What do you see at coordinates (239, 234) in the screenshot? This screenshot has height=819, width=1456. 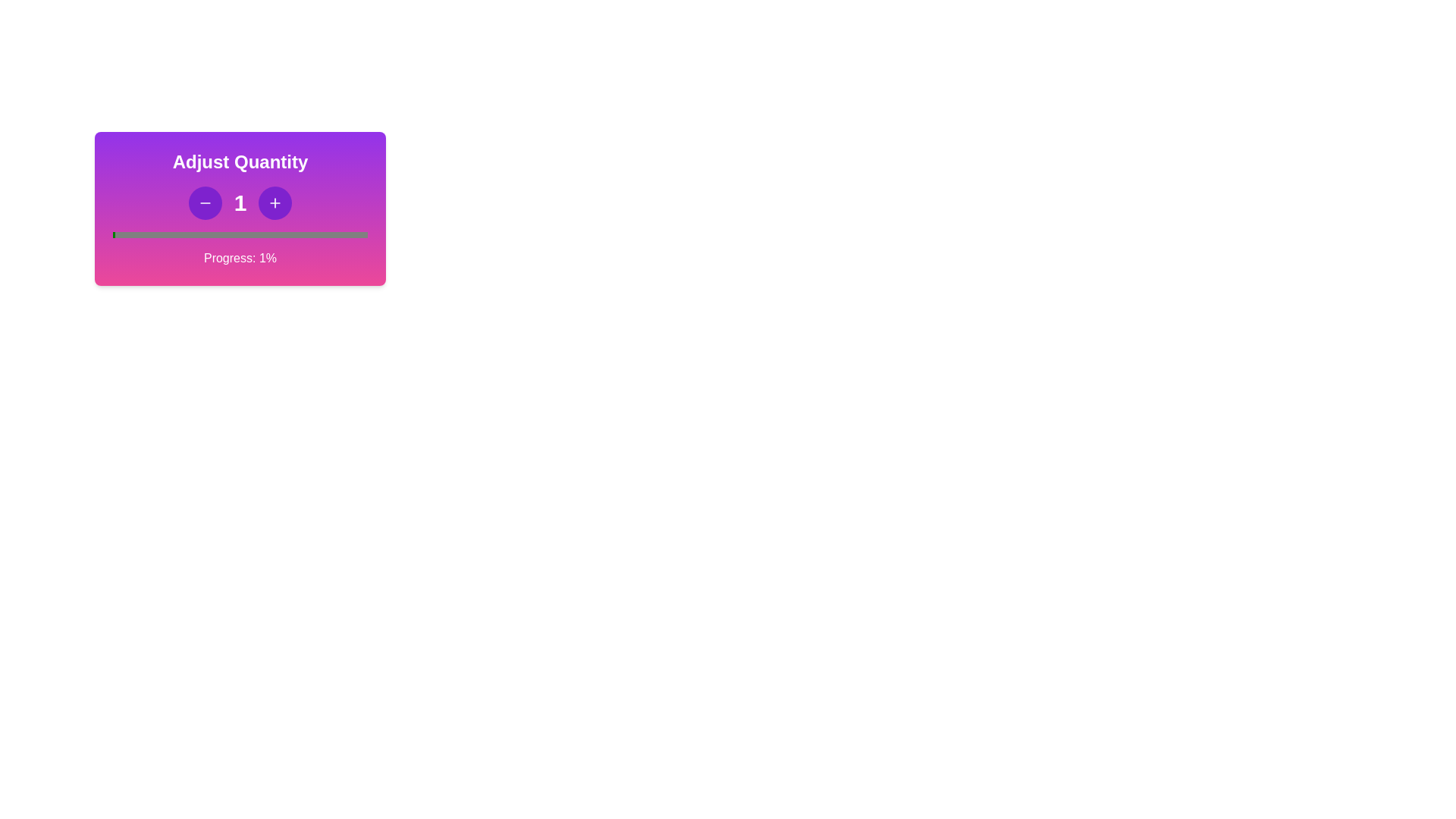 I see `horizontal progress bar that has a rounded appearance and is located below the numeric indicator and buttons in the 'Adjust Quantity' box, currently showing a value of 1%` at bounding box center [239, 234].